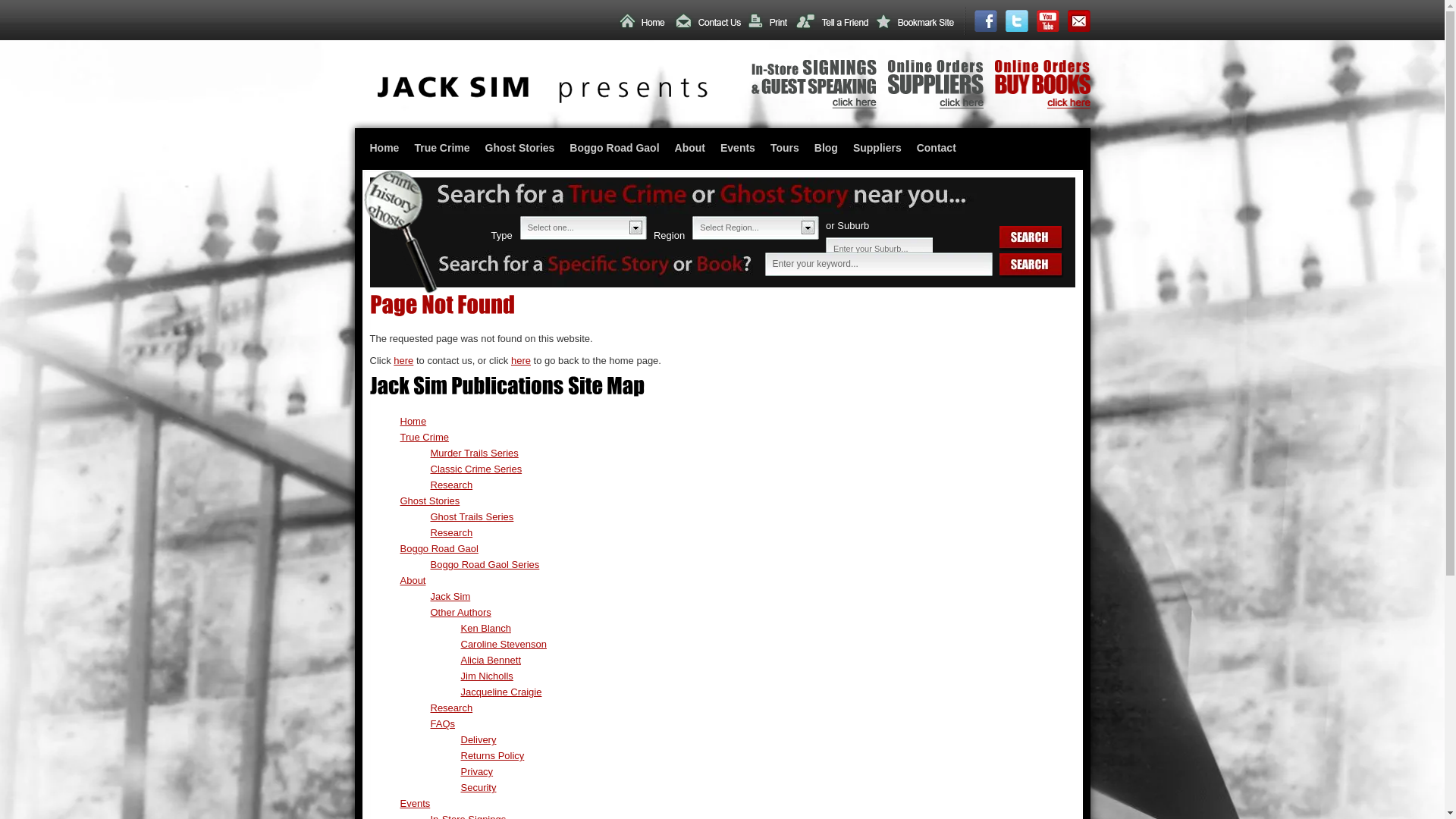  Describe the element at coordinates (785, 149) in the screenshot. I see `'Tours'` at that location.